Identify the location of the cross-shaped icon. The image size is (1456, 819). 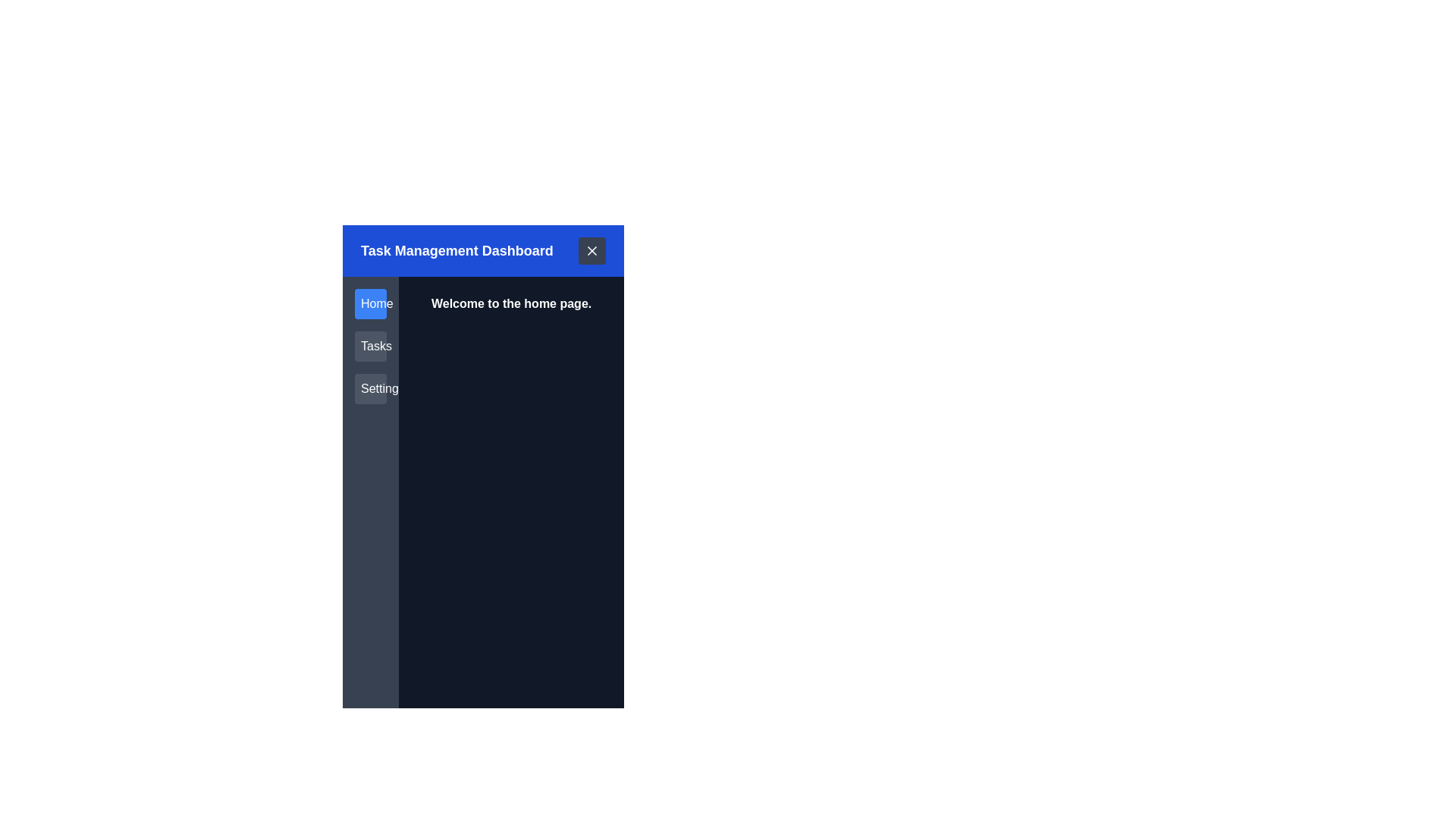
(591, 250).